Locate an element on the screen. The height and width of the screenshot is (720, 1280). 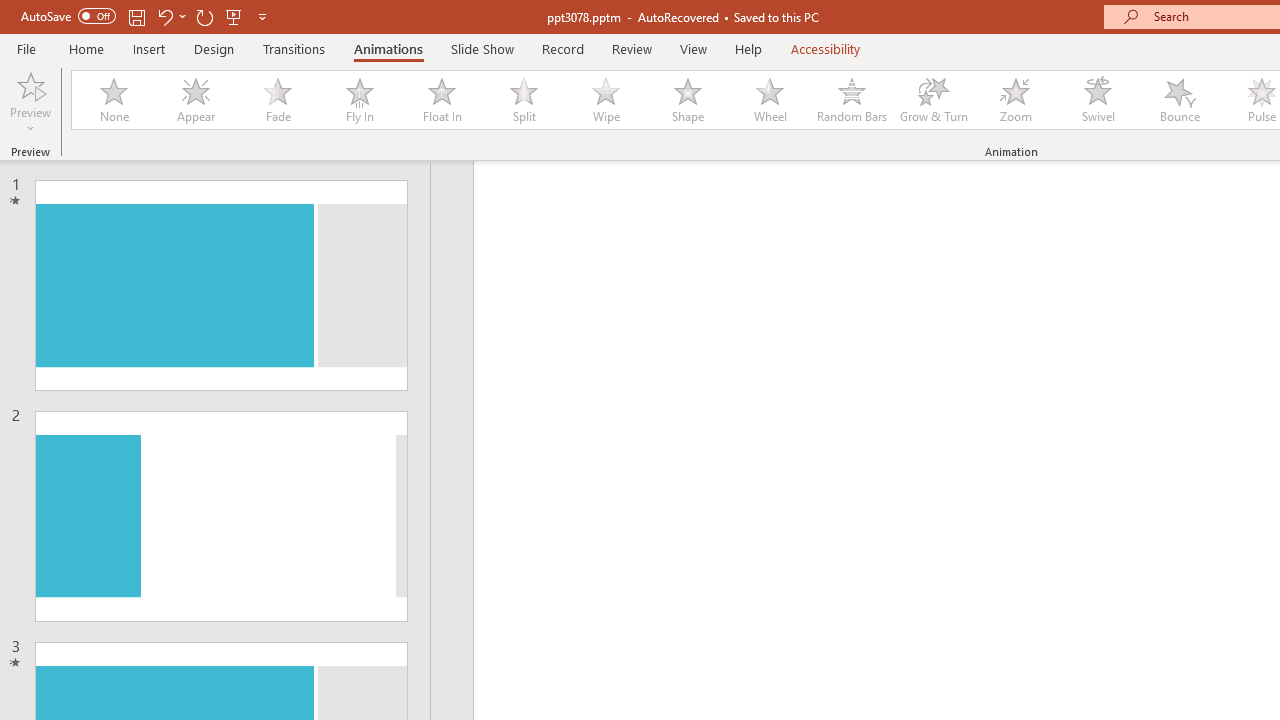
'Swivel' is located at coordinates (1097, 100).